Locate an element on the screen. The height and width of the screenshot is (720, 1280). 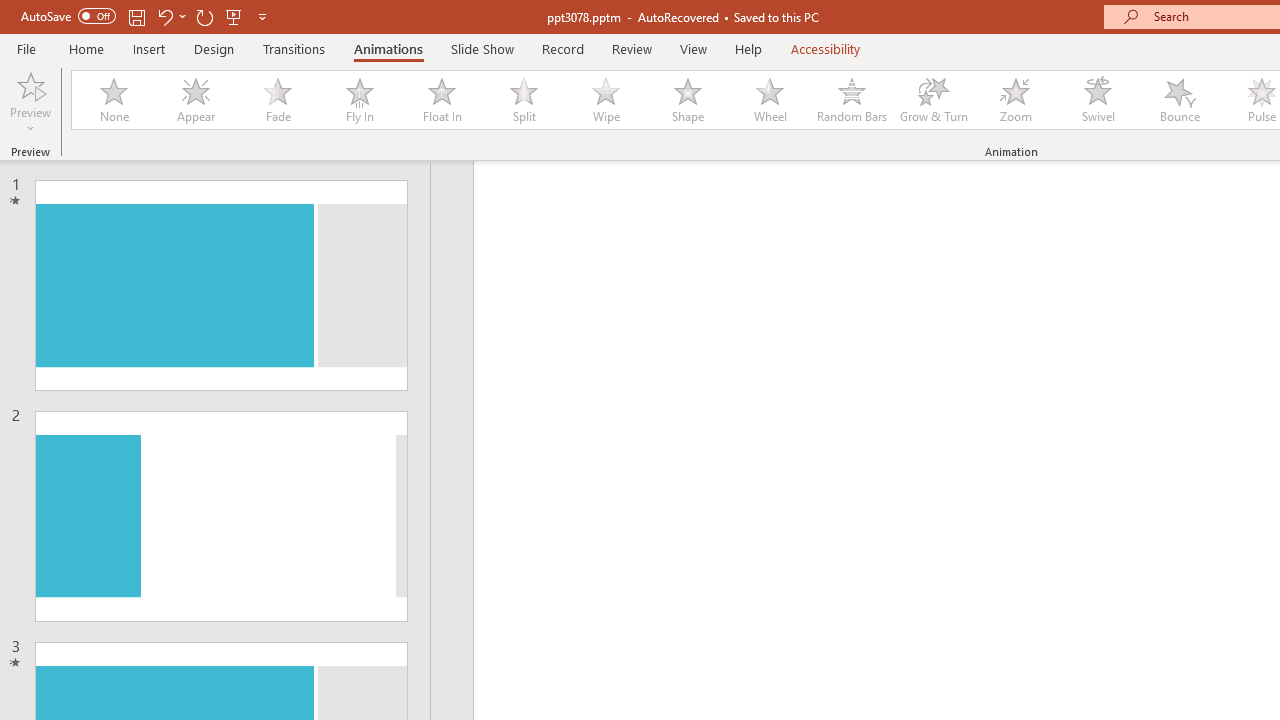
'Swivel' is located at coordinates (1097, 100).